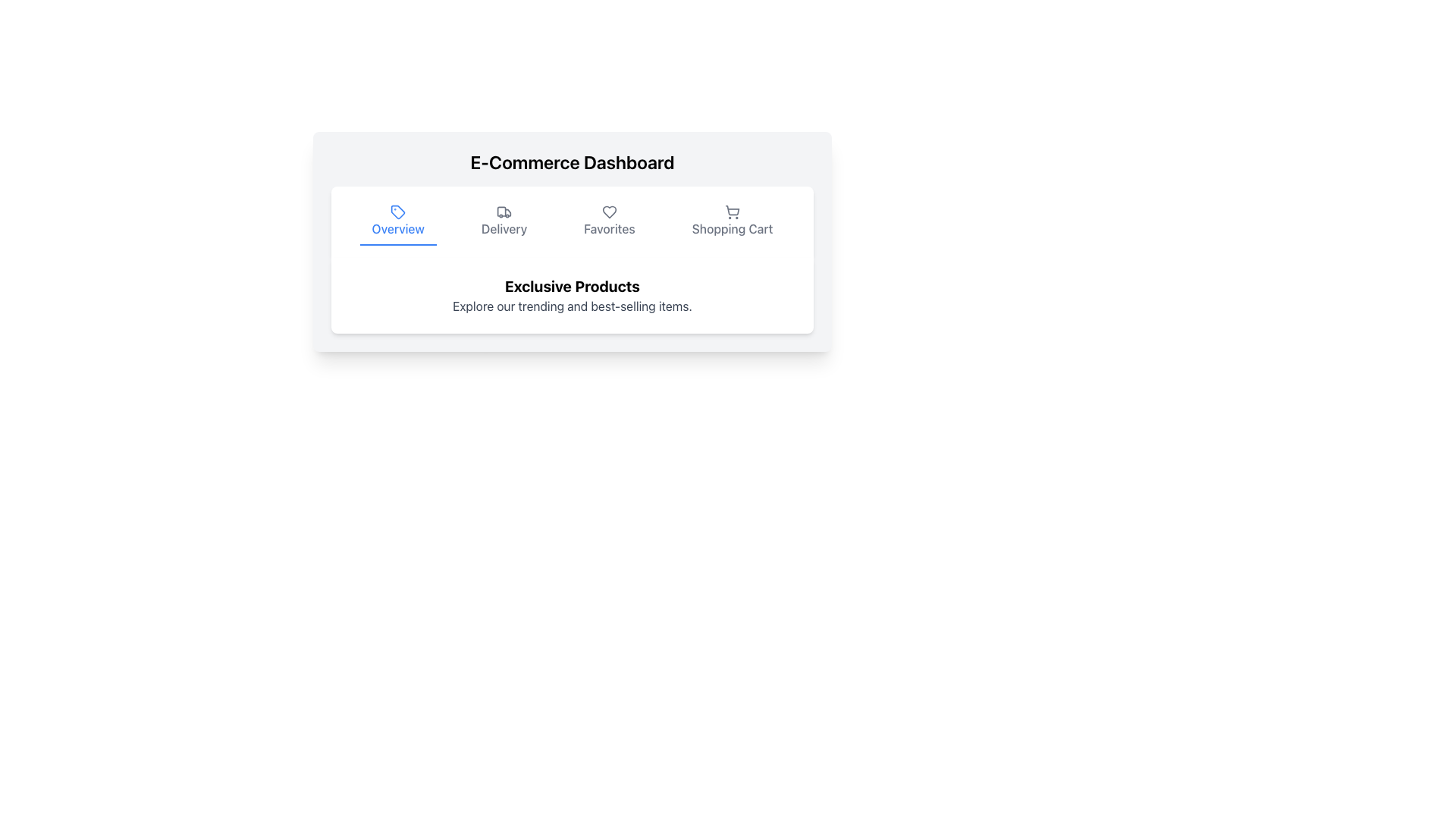 The width and height of the screenshot is (1456, 819). What do you see at coordinates (732, 212) in the screenshot?
I see `the shopping cart icon, which is a minimalistic vector graphic located in the 'Shopping Cart' section of the navigation bar` at bounding box center [732, 212].